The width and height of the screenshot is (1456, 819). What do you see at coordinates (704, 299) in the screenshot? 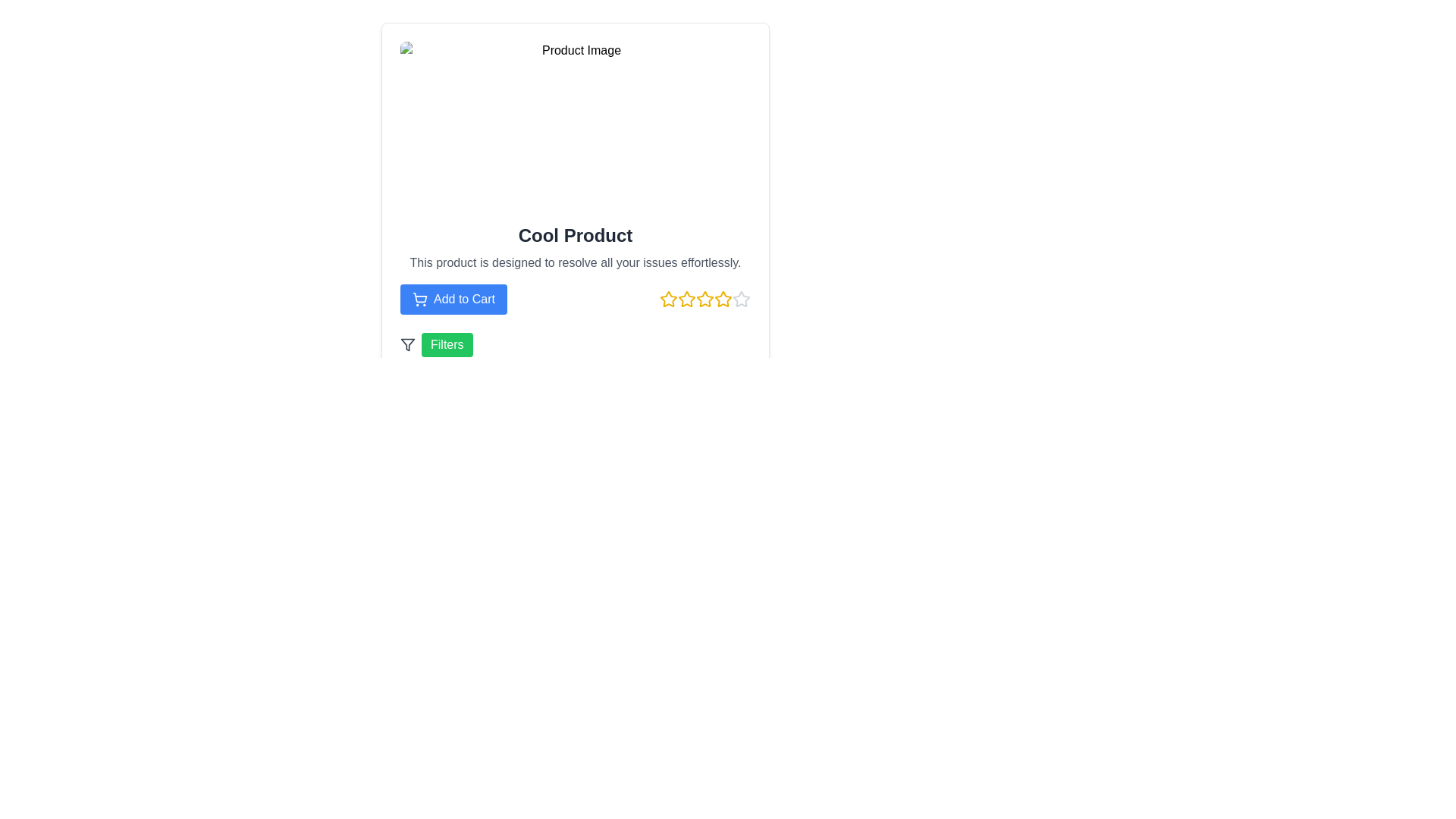
I see `the third star icon in the sequence of five star icons to rate the product` at bounding box center [704, 299].